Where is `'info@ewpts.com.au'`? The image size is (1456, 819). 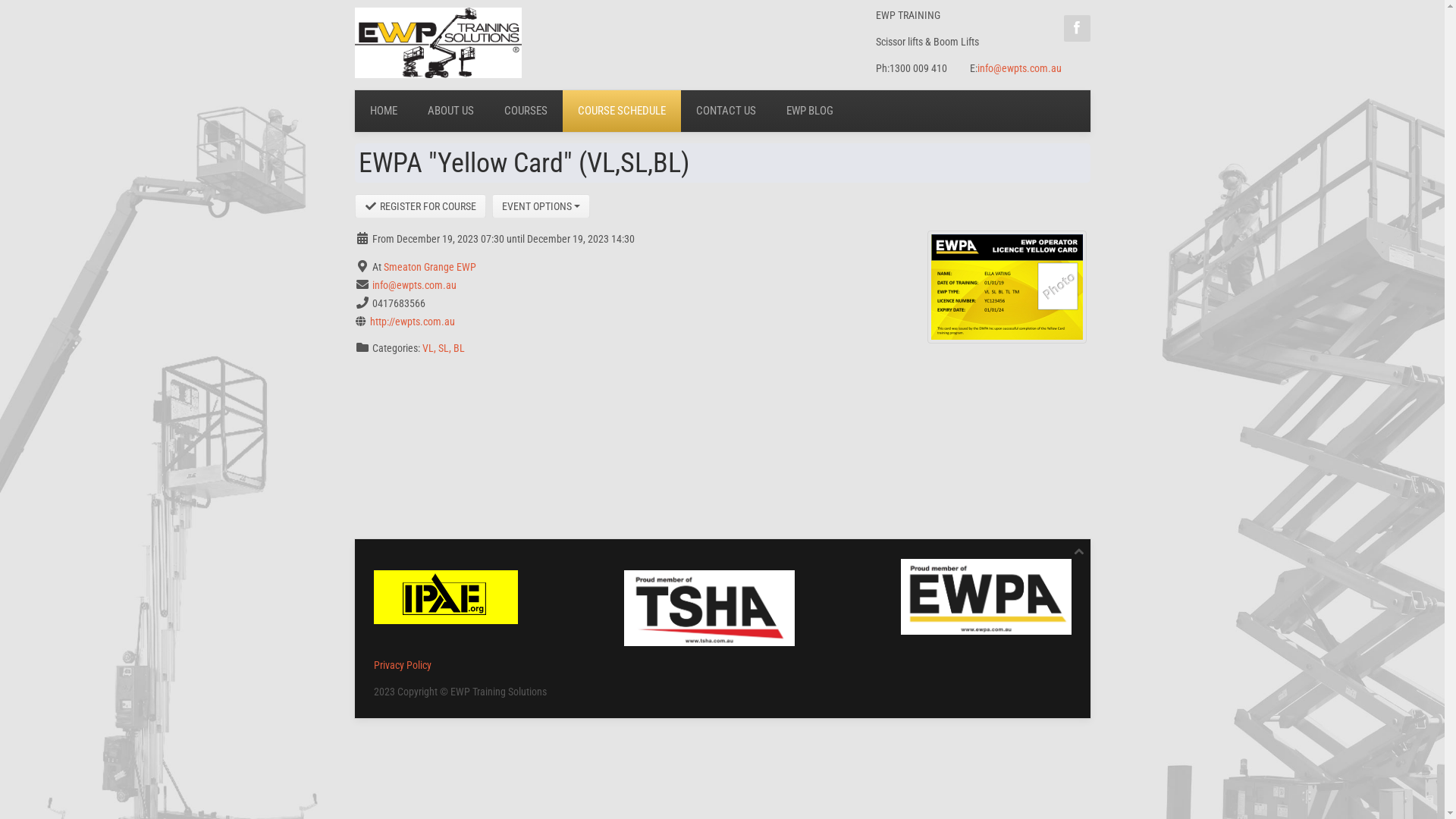 'info@ewpts.com.au' is located at coordinates (1018, 67).